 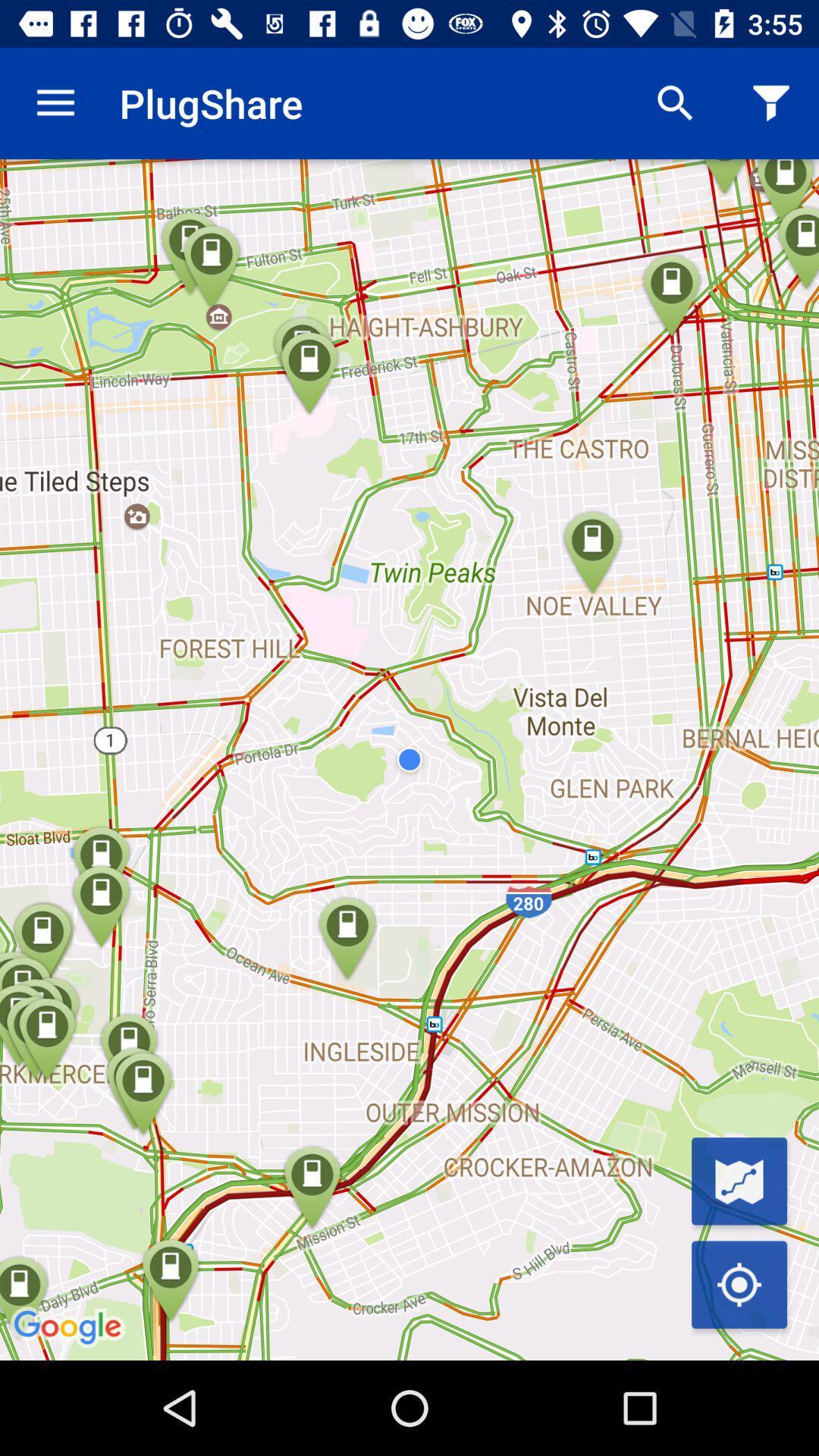 What do you see at coordinates (739, 1180) in the screenshot?
I see `open map` at bounding box center [739, 1180].